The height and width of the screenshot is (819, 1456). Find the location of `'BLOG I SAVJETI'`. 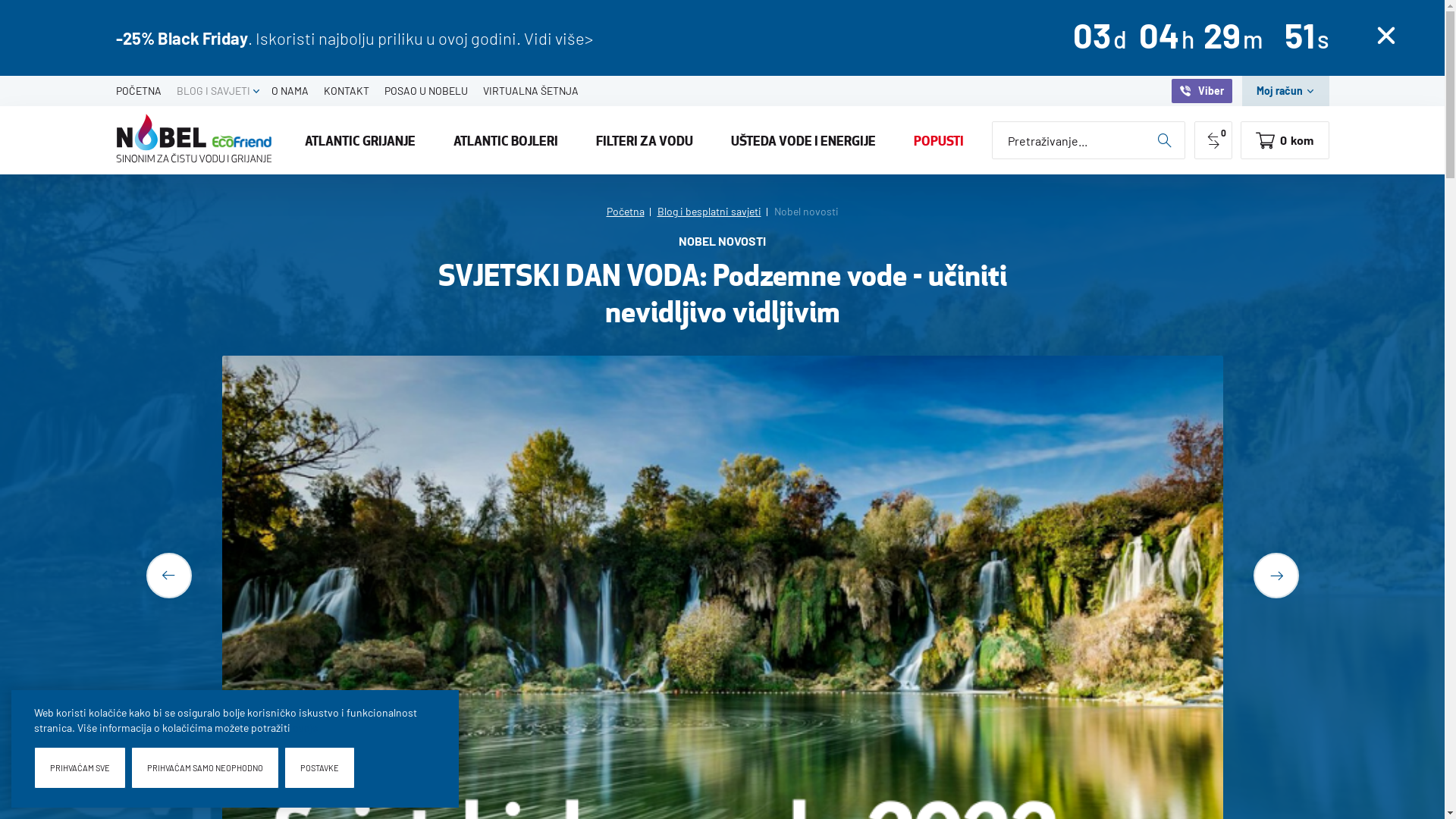

'BLOG I SAVJETI' is located at coordinates (212, 90).